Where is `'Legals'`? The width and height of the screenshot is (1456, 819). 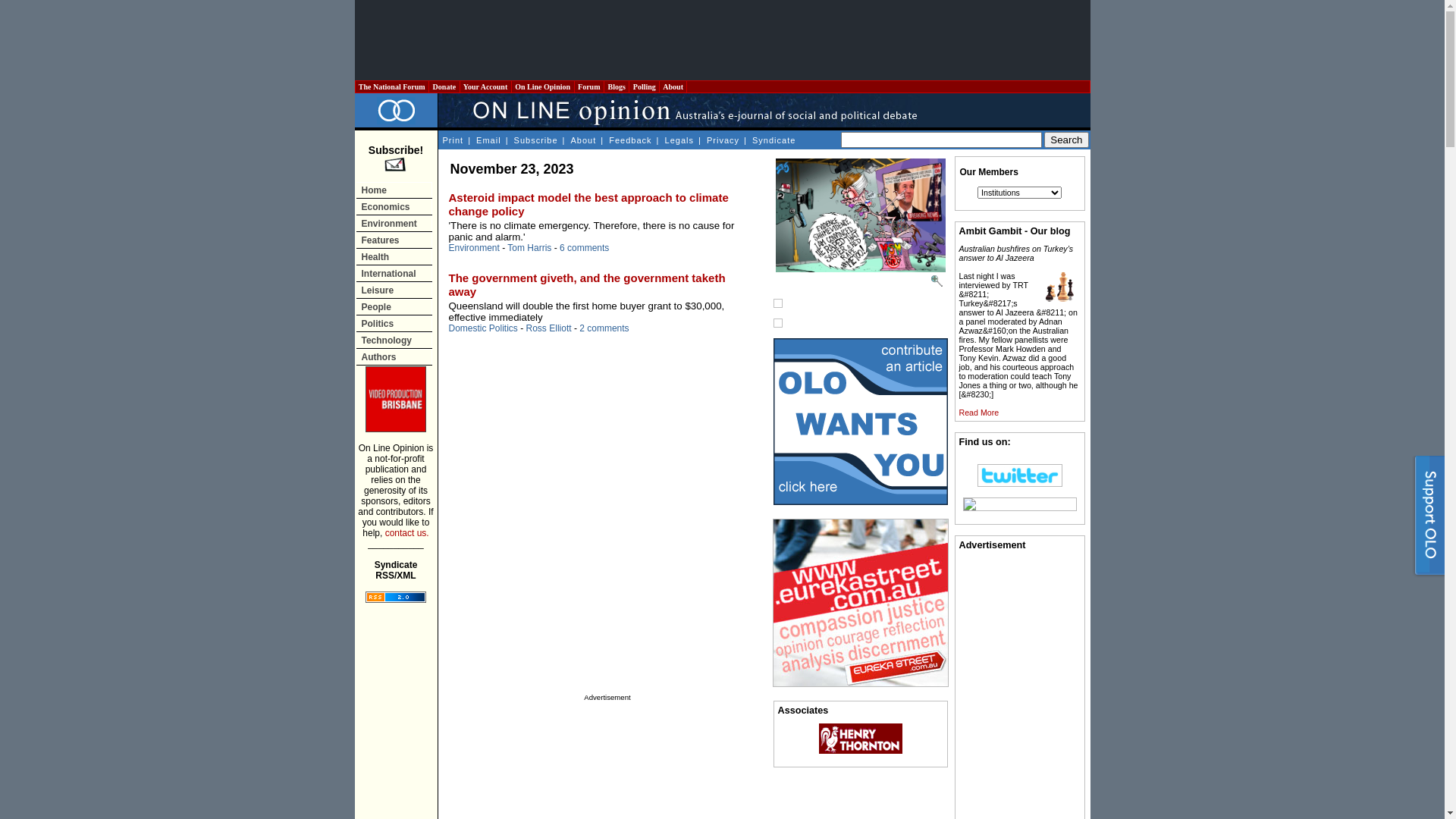 'Legals' is located at coordinates (678, 140).